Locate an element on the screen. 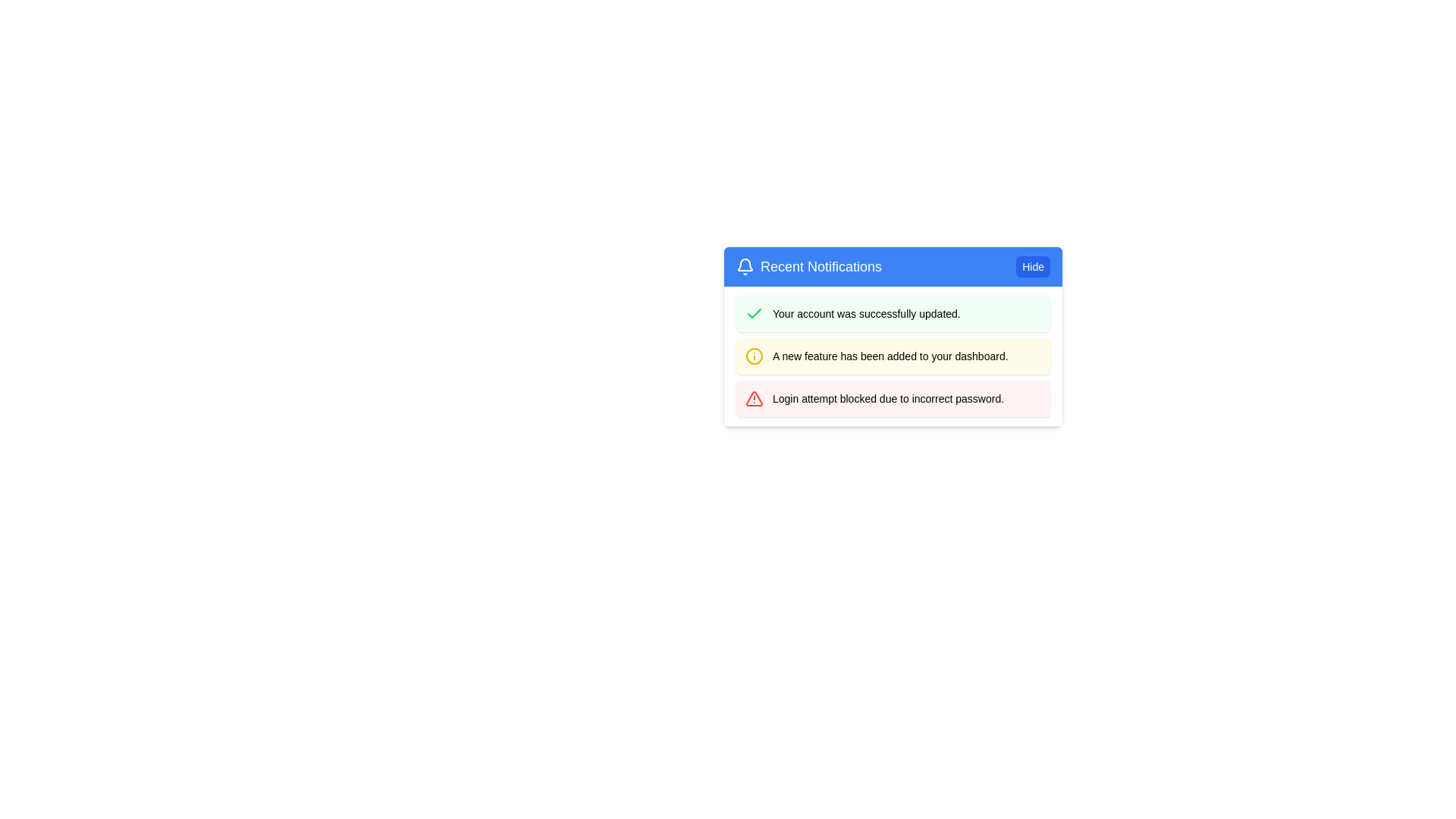  the checkmark icon that indicates a successful update message, located on the left side of the first notification item aligned with the text 'Your account was successfully updated.' is located at coordinates (754, 312).